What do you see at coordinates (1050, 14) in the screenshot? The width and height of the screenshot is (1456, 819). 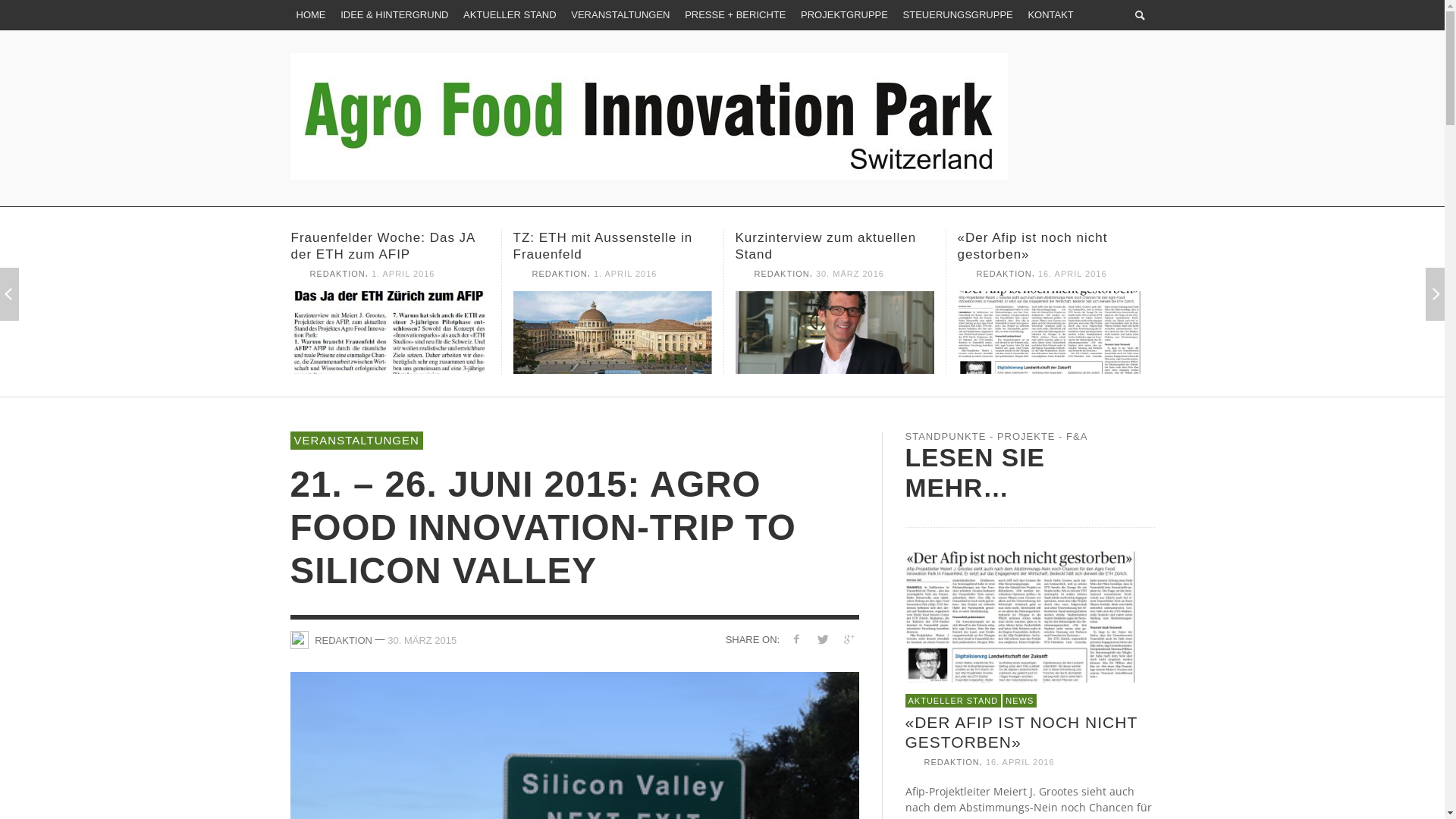 I see `'KONTAKT'` at bounding box center [1050, 14].